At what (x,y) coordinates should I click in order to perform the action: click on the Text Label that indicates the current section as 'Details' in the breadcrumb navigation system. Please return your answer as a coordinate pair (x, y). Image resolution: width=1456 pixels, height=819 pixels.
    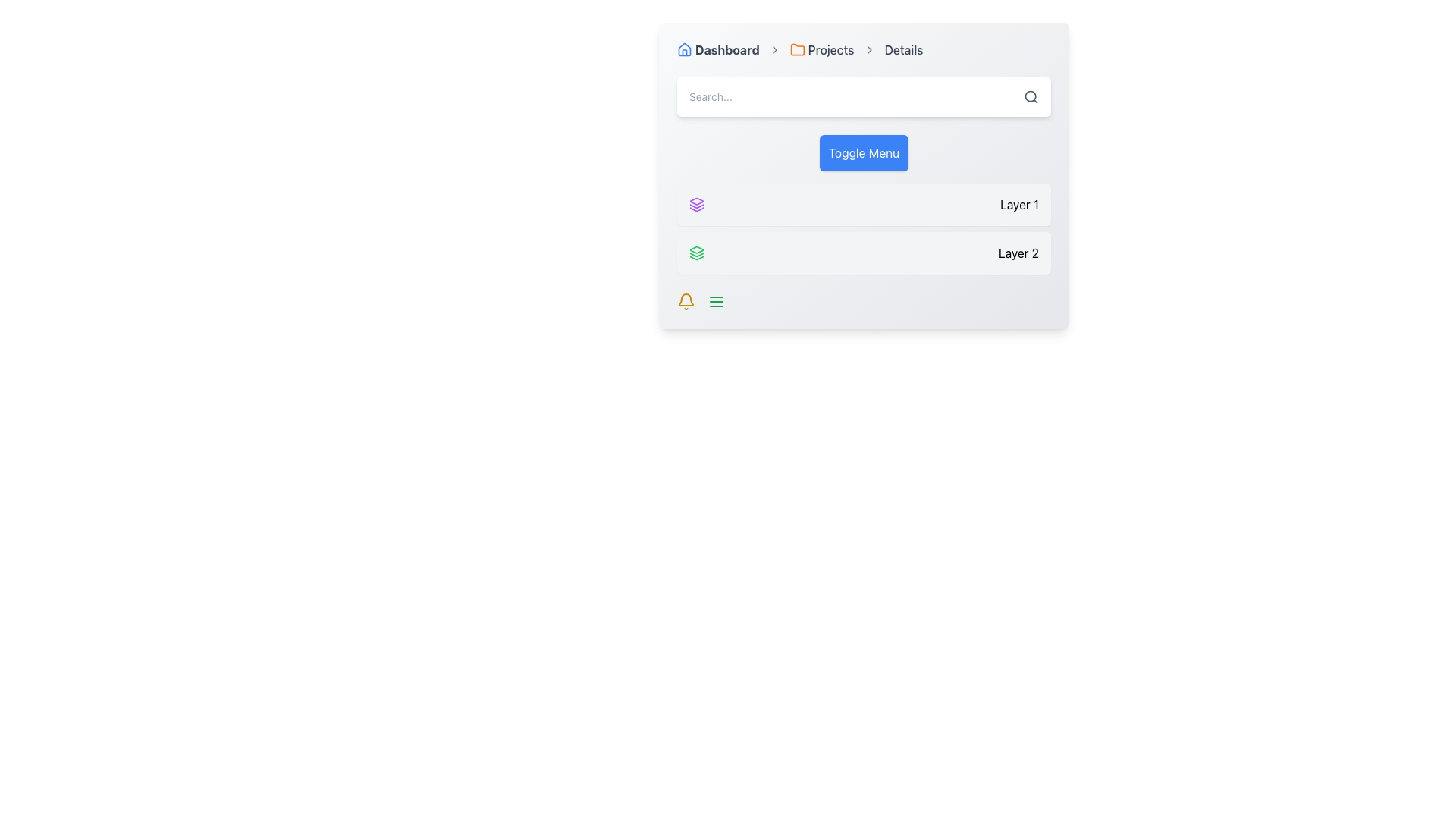
    Looking at the image, I should click on (904, 49).